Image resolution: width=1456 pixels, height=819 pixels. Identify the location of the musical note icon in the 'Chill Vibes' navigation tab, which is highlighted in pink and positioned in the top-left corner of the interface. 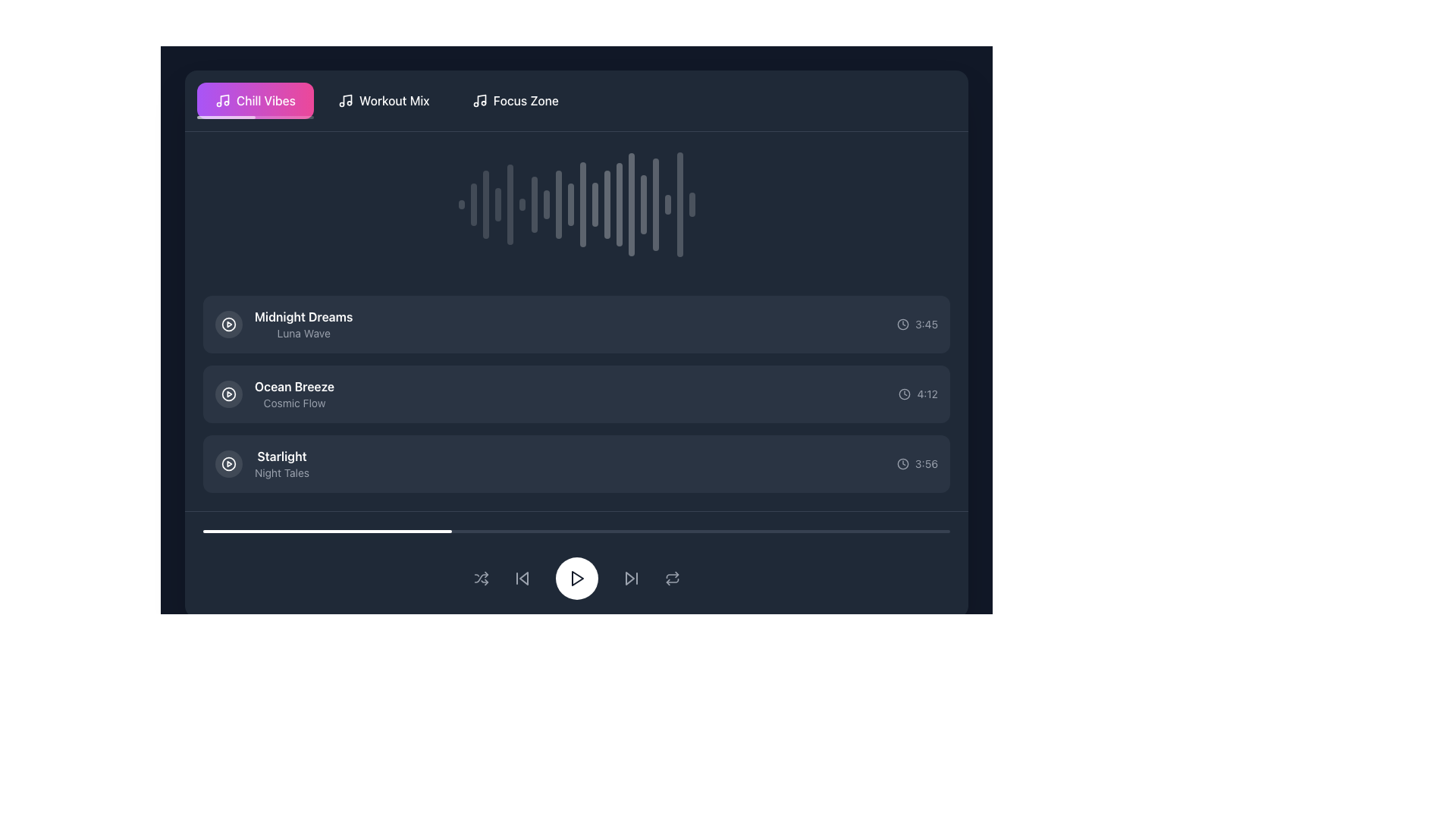
(221, 100).